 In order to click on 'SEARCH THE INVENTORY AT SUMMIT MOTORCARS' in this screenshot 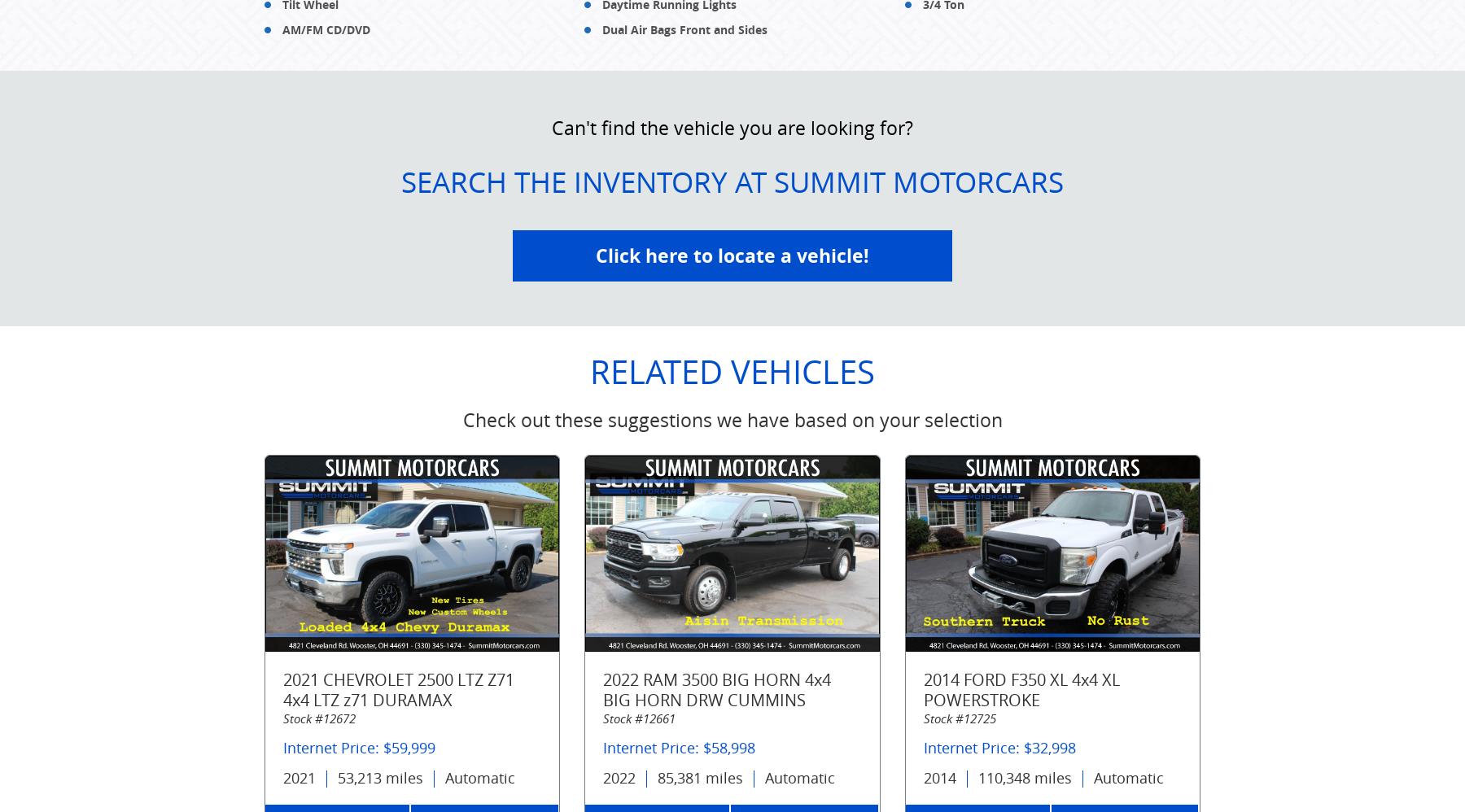, I will do `click(732, 181)`.